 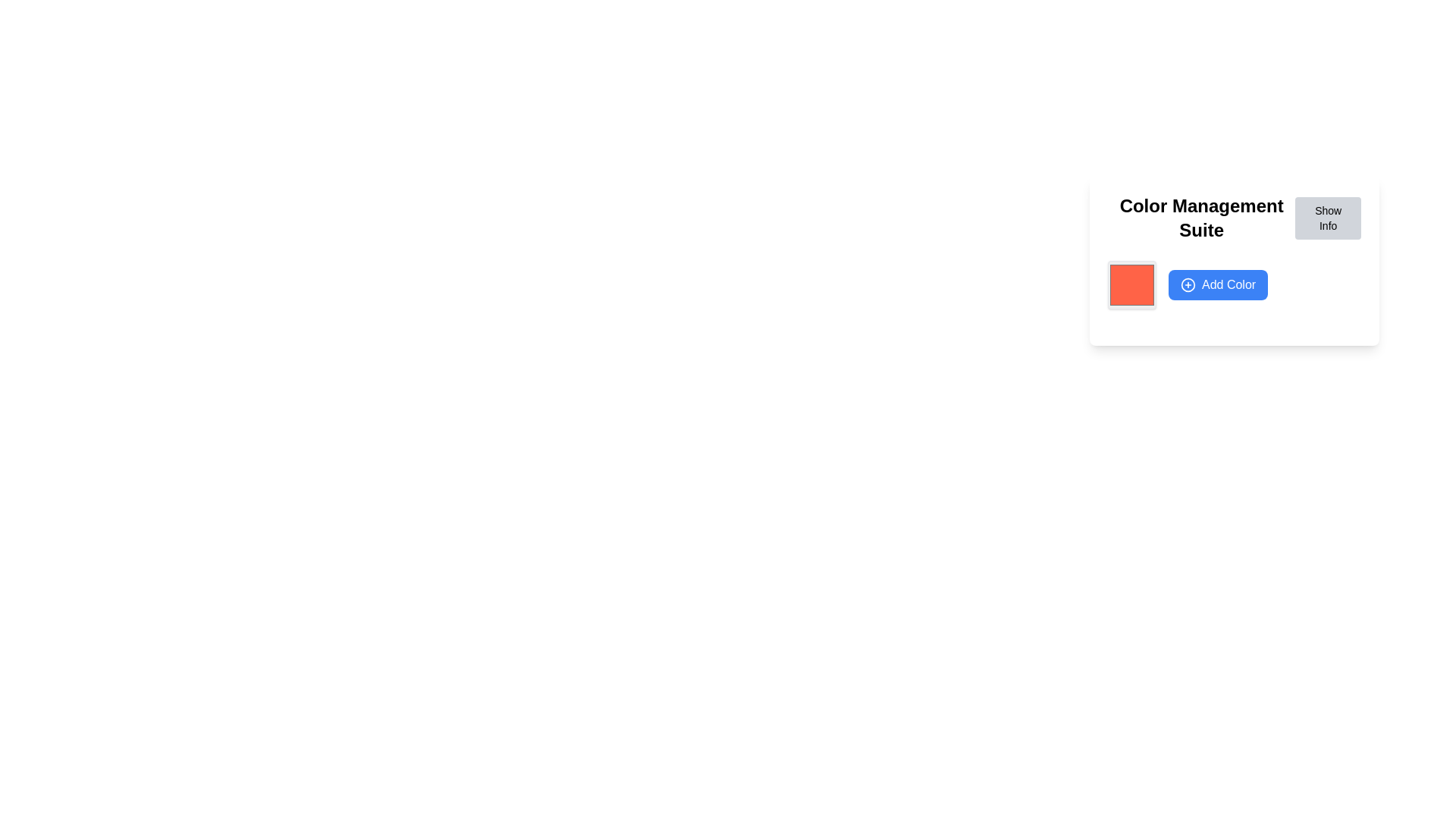 What do you see at coordinates (1234, 284) in the screenshot?
I see `the button located below the 'Show Info' button and to the right of the color preview box in the 'Color Management Suite'` at bounding box center [1234, 284].